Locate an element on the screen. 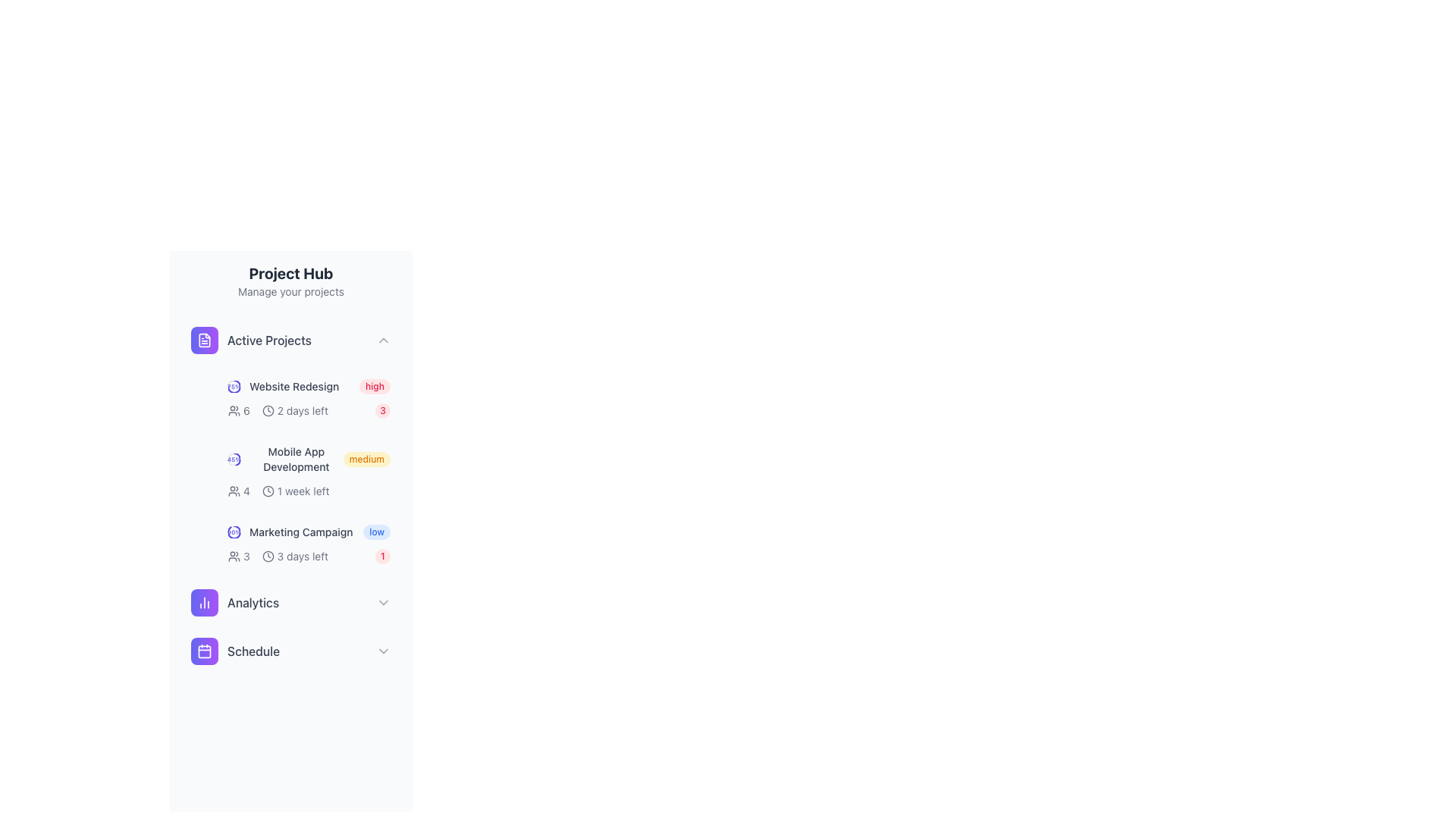 This screenshot has height=819, width=1456. the small text label displaying the number '3', which is located in the bottom right of the entry row for the 'Website Redesign' project, next to a clock icon is located at coordinates (246, 556).